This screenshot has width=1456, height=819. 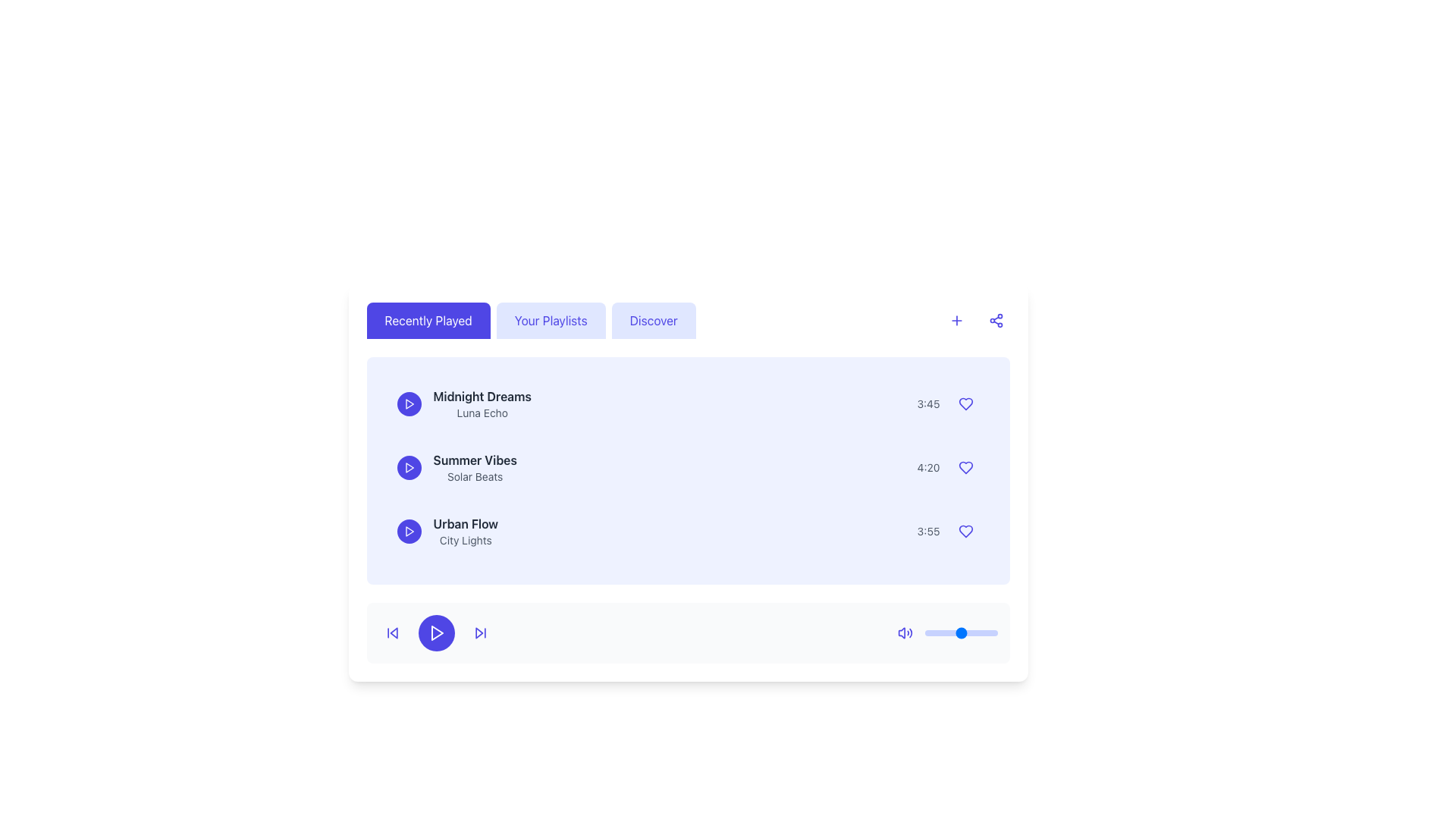 What do you see at coordinates (465, 540) in the screenshot?
I see `the text label displaying 'City Lights', which is located below 'Urban Flow' in a vertical playlist interface` at bounding box center [465, 540].